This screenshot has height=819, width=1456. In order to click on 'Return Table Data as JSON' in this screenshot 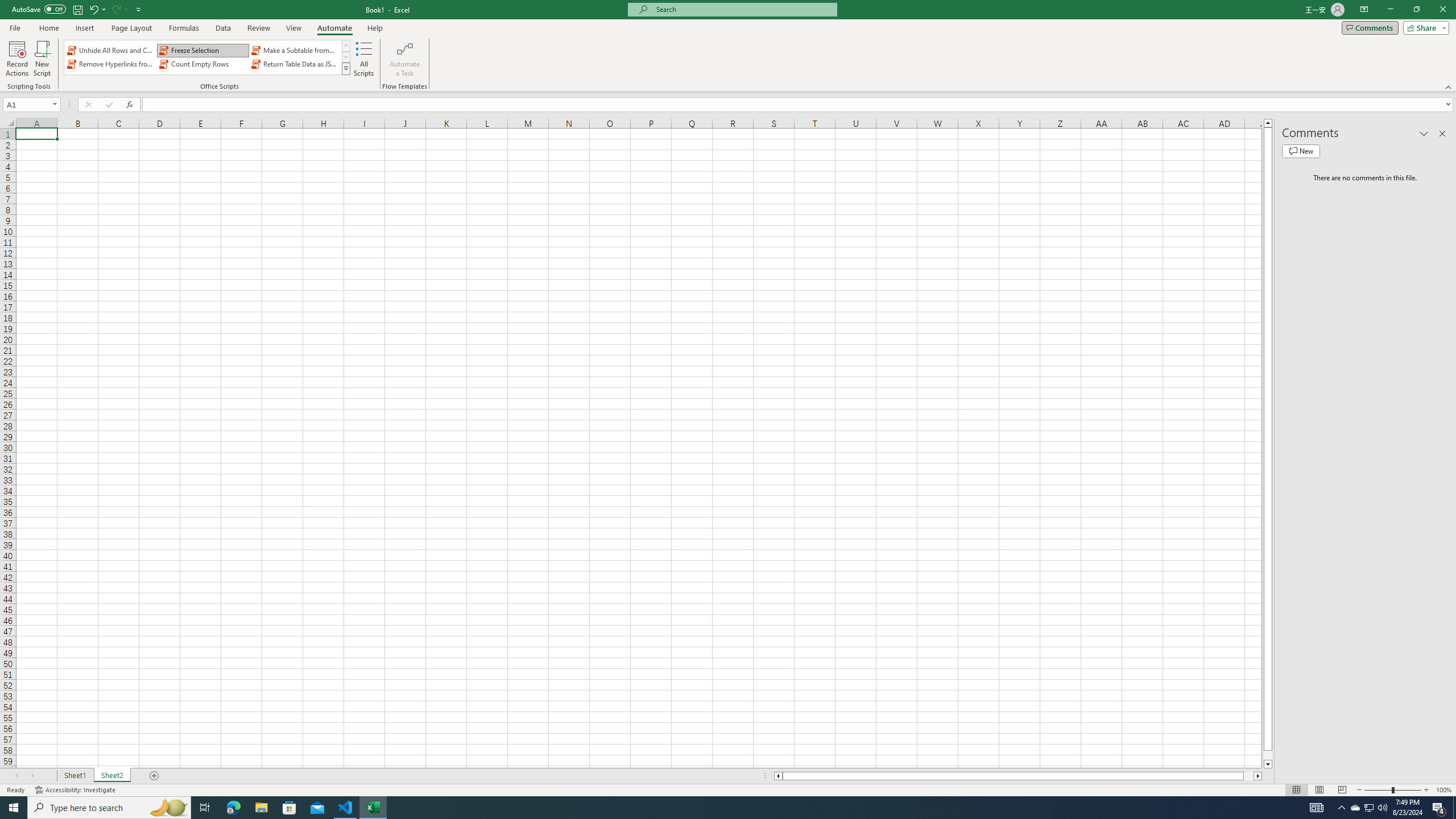, I will do `click(294, 64)`.